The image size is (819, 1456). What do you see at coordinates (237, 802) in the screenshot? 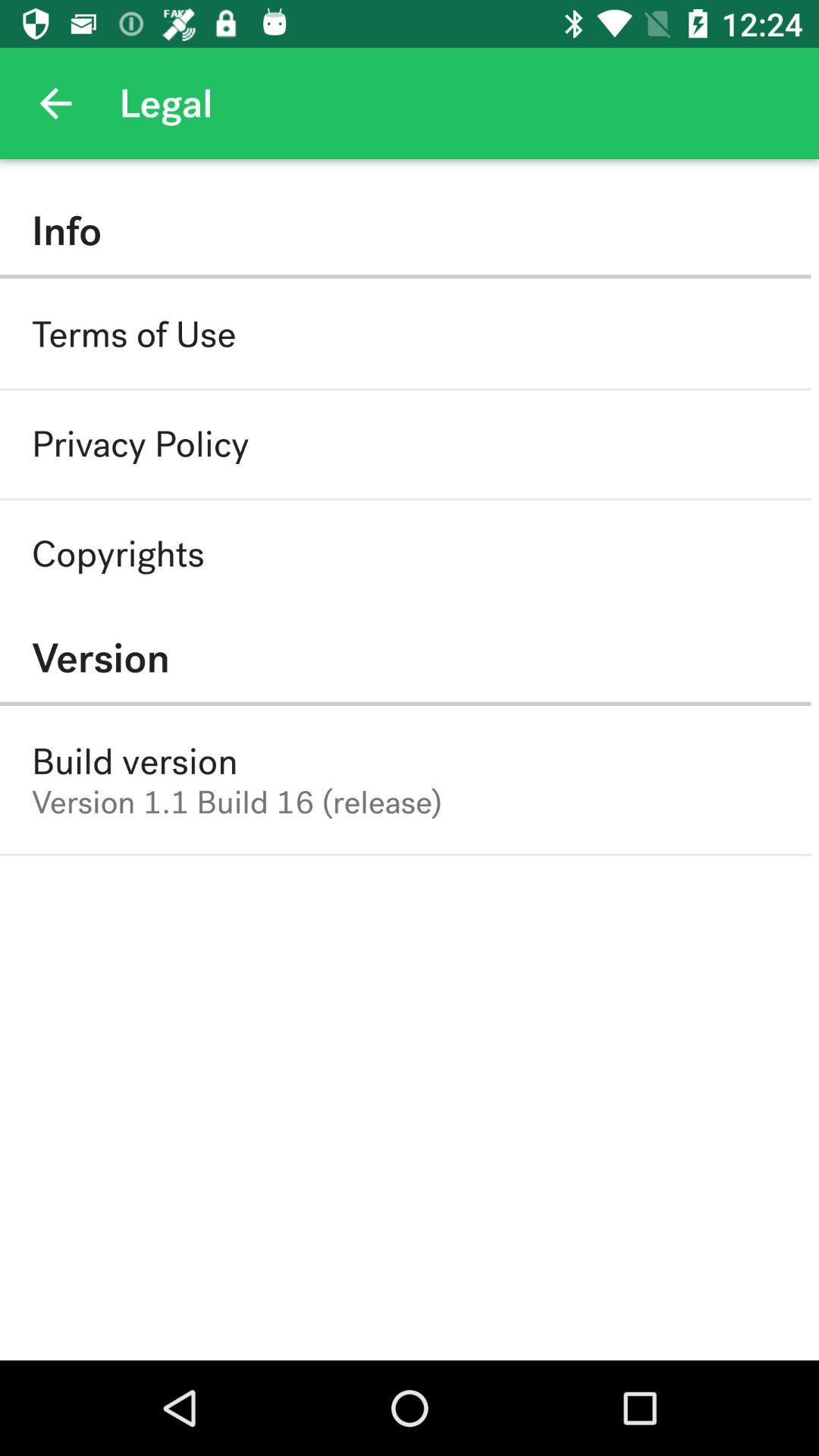
I see `the version 1 1 icon` at bounding box center [237, 802].